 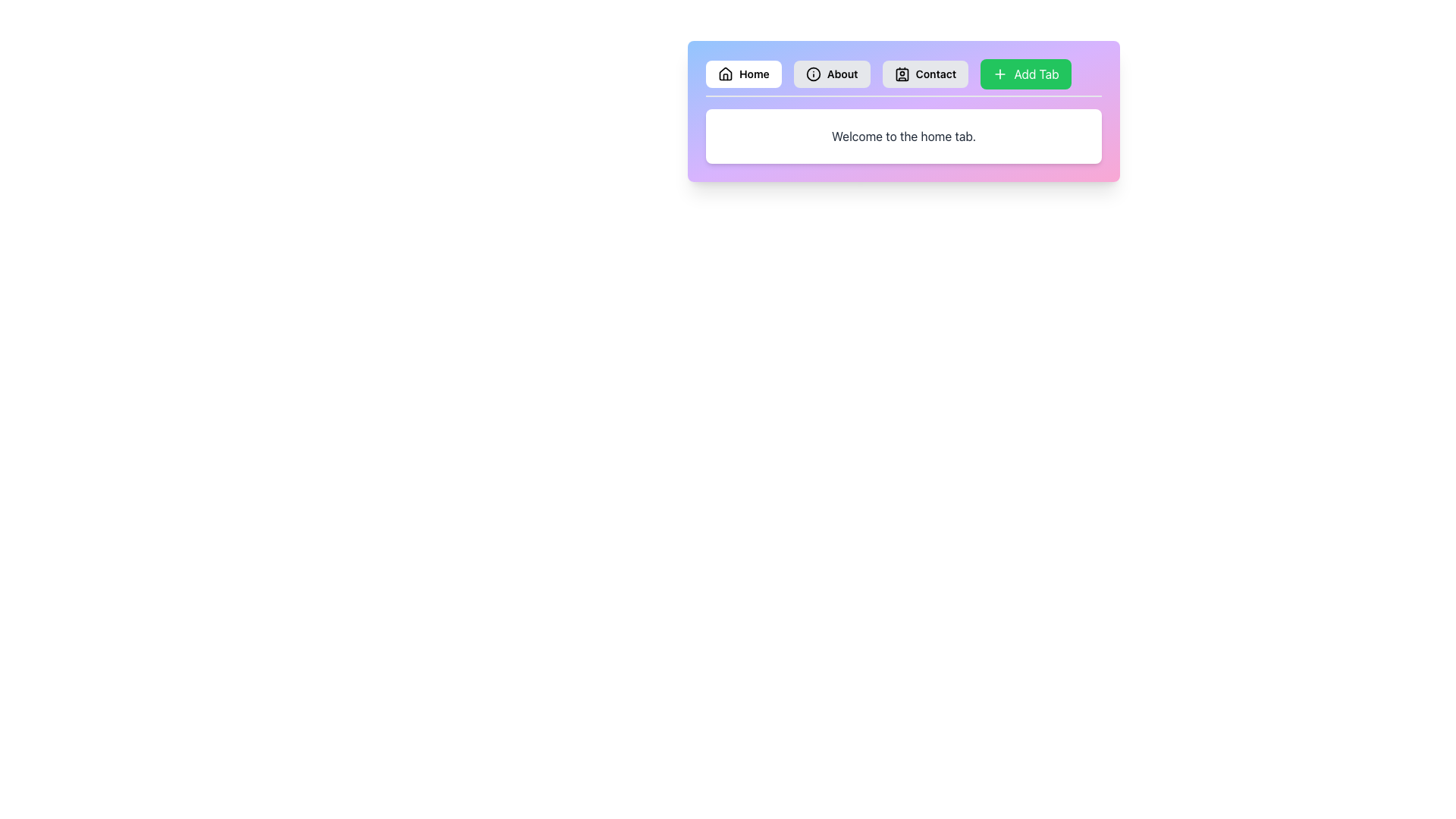 What do you see at coordinates (831, 74) in the screenshot?
I see `the 'About' button with an information symbol` at bounding box center [831, 74].